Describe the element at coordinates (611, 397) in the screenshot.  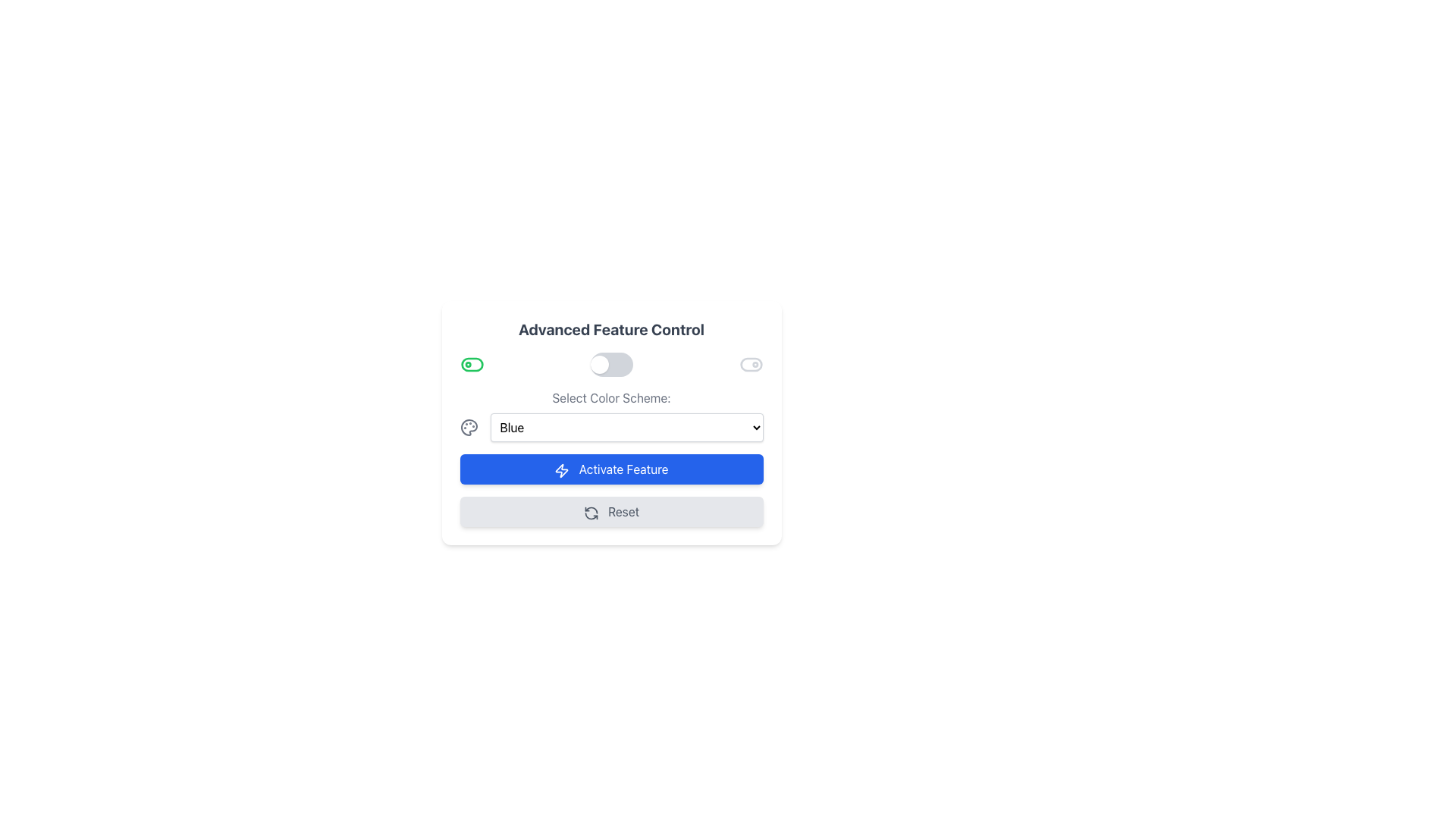
I see `the text label displaying 'Select Color Scheme:' which is styled in gray font and positioned above the dropdown menu for color scheme selection` at that location.